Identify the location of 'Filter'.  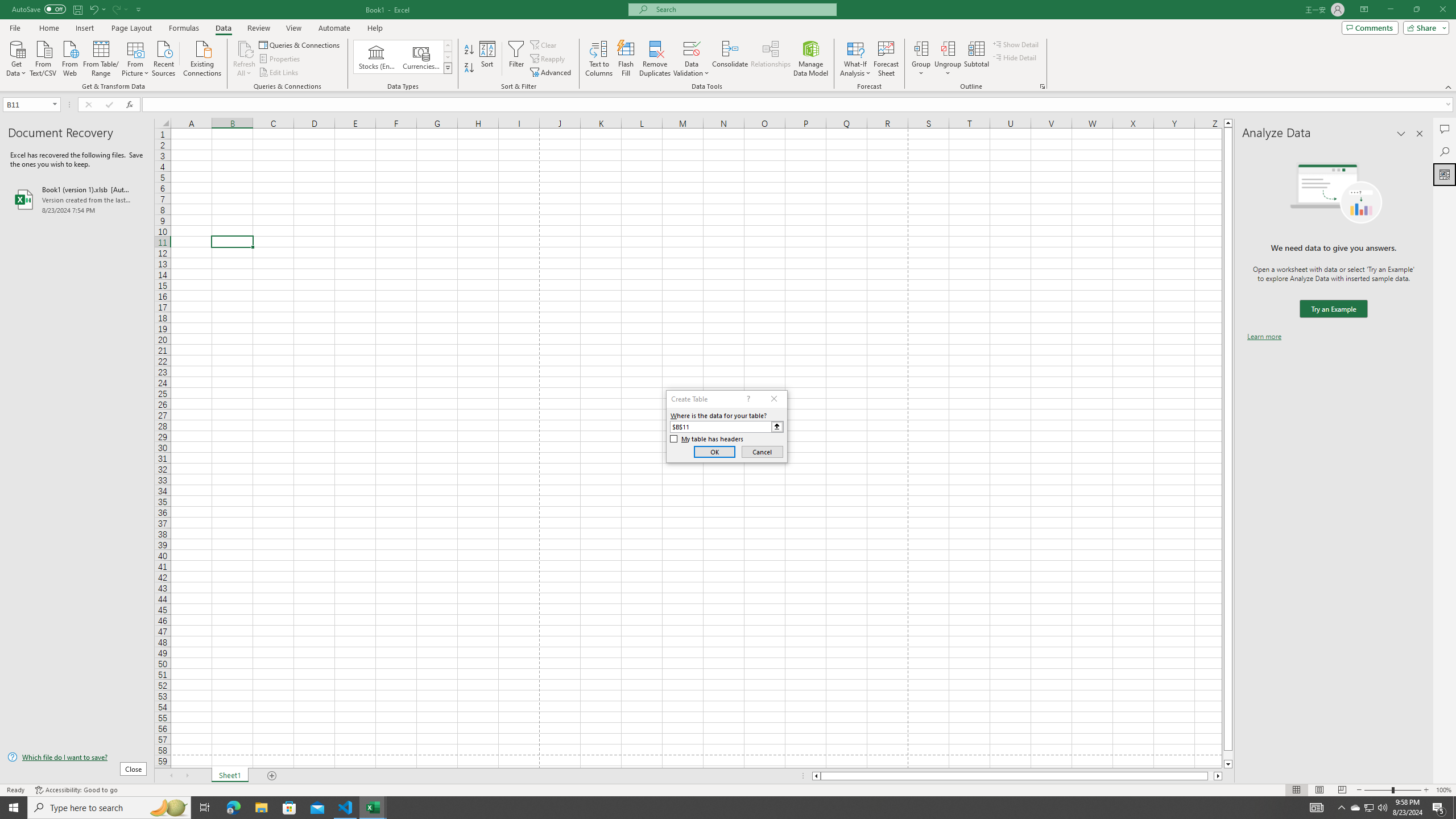
(515, 59).